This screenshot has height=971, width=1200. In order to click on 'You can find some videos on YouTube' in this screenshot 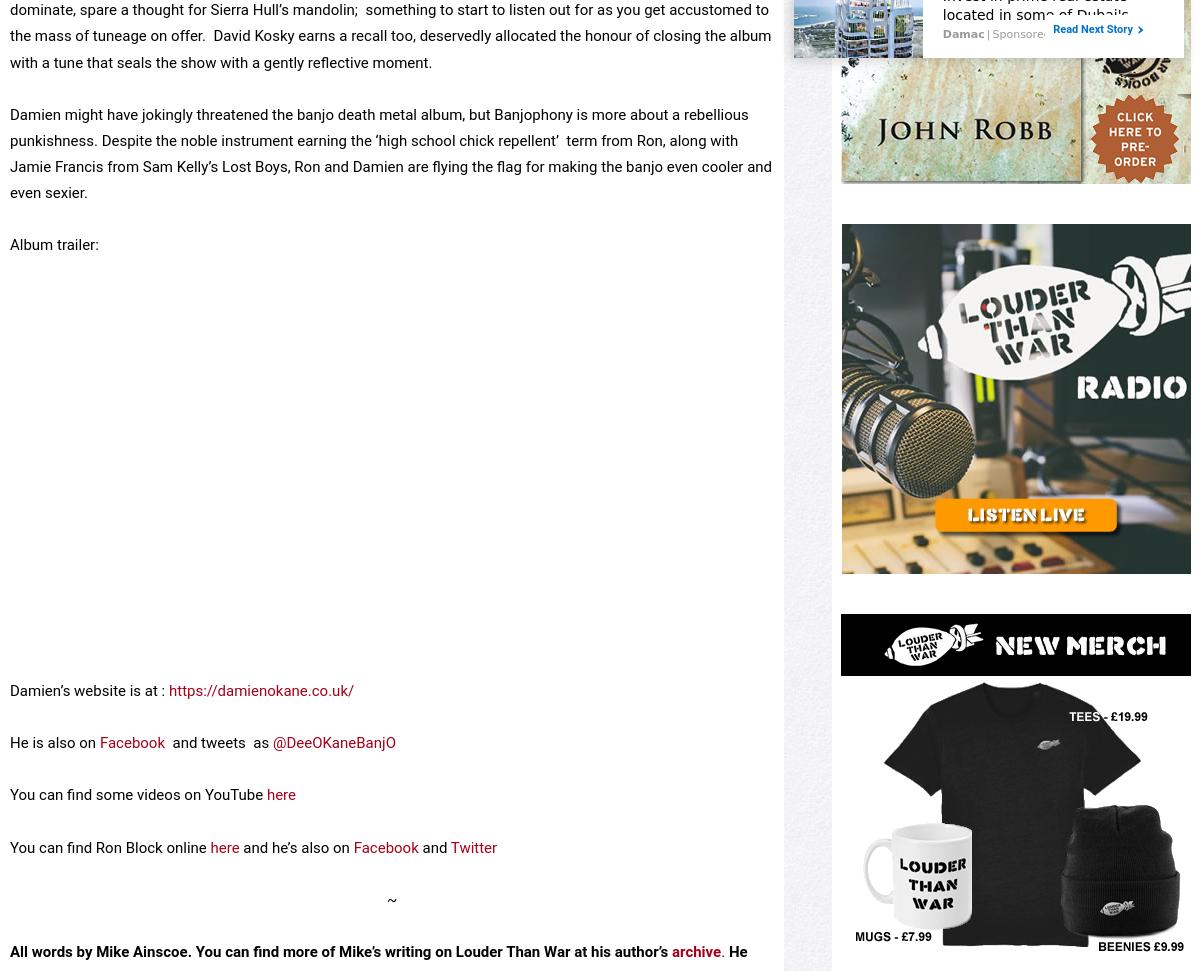, I will do `click(9, 864)`.